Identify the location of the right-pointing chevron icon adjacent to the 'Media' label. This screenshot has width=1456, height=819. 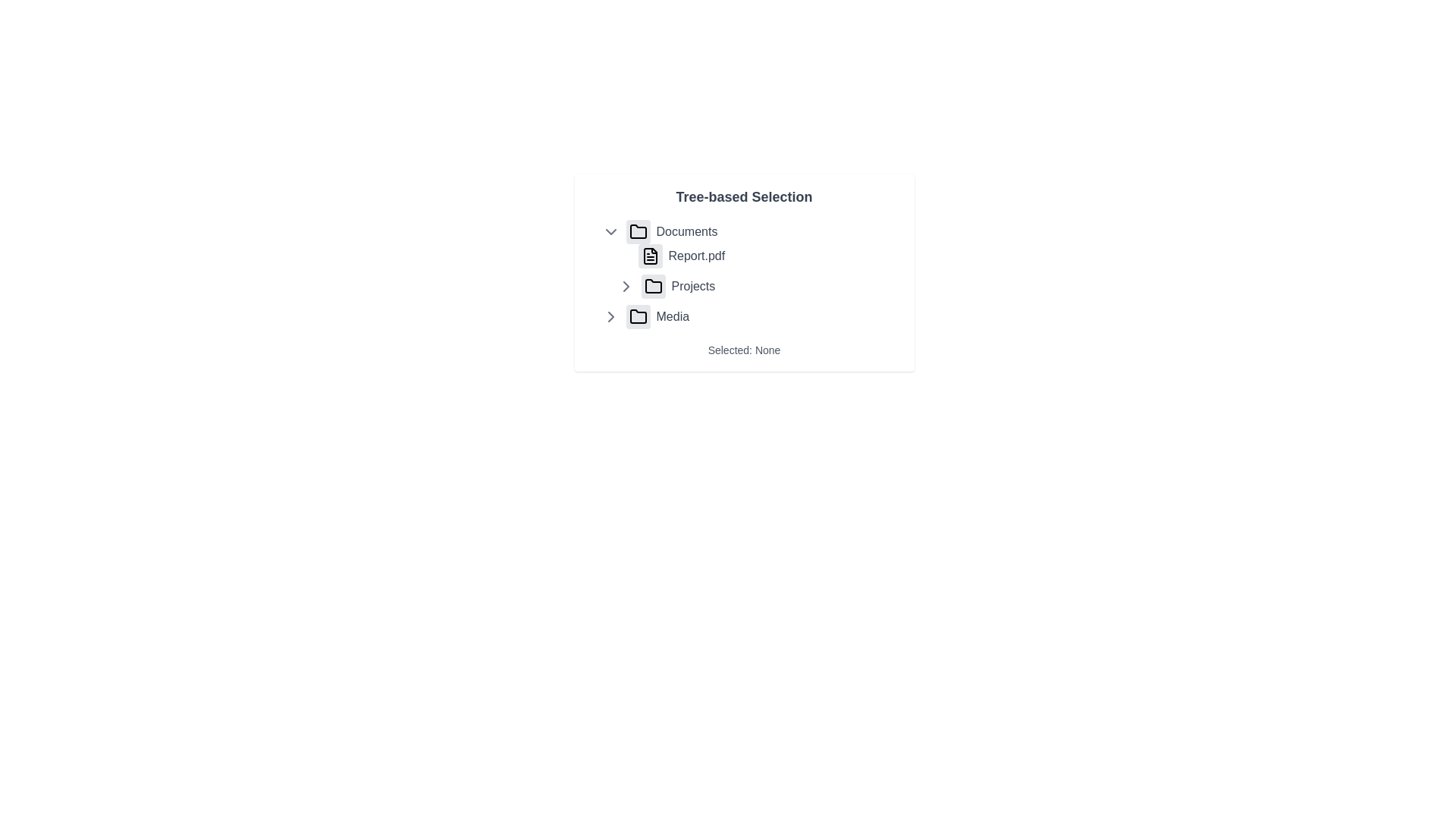
(610, 315).